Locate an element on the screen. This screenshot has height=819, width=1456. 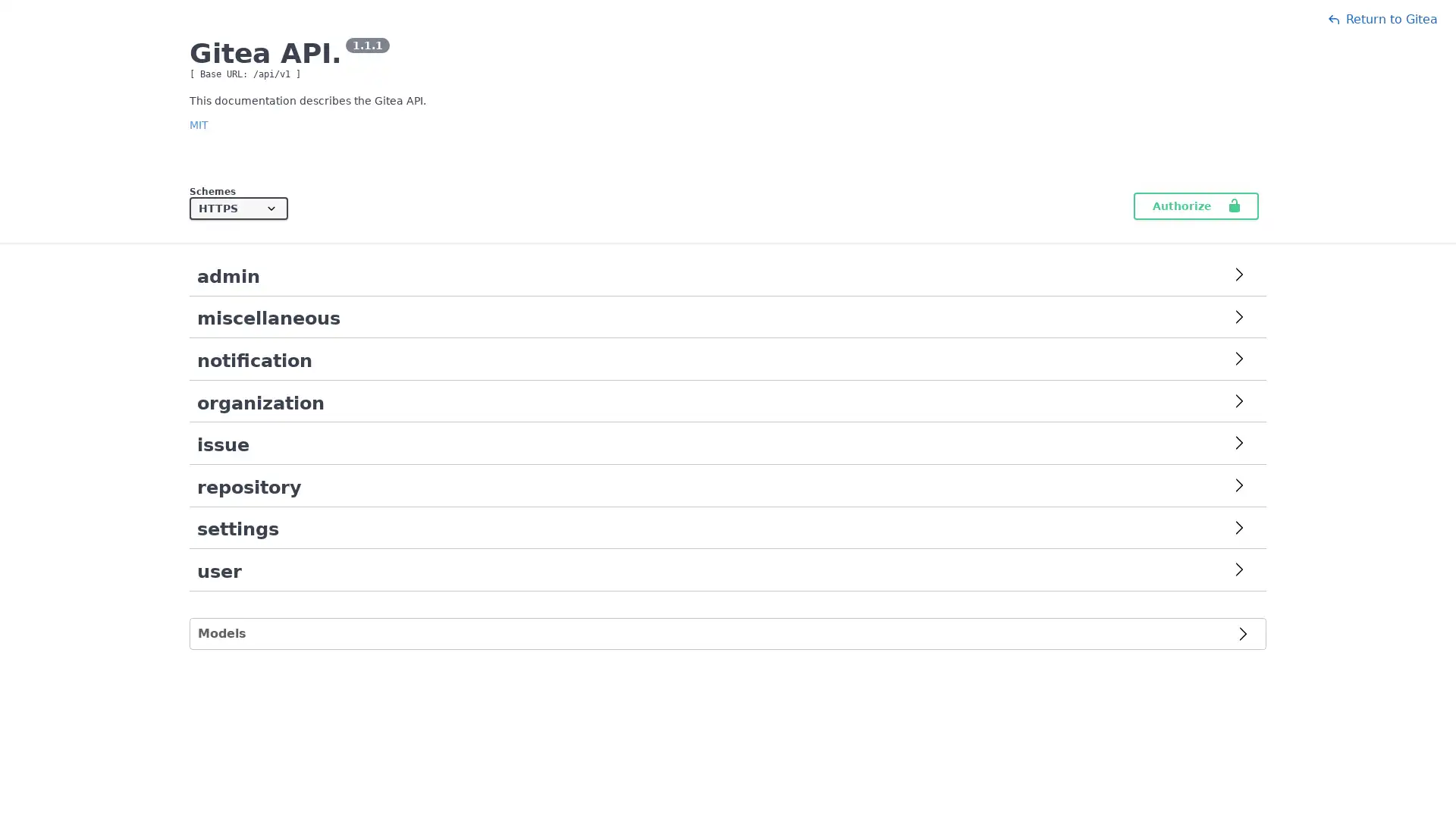
Expand operation is located at coordinates (1238, 318).